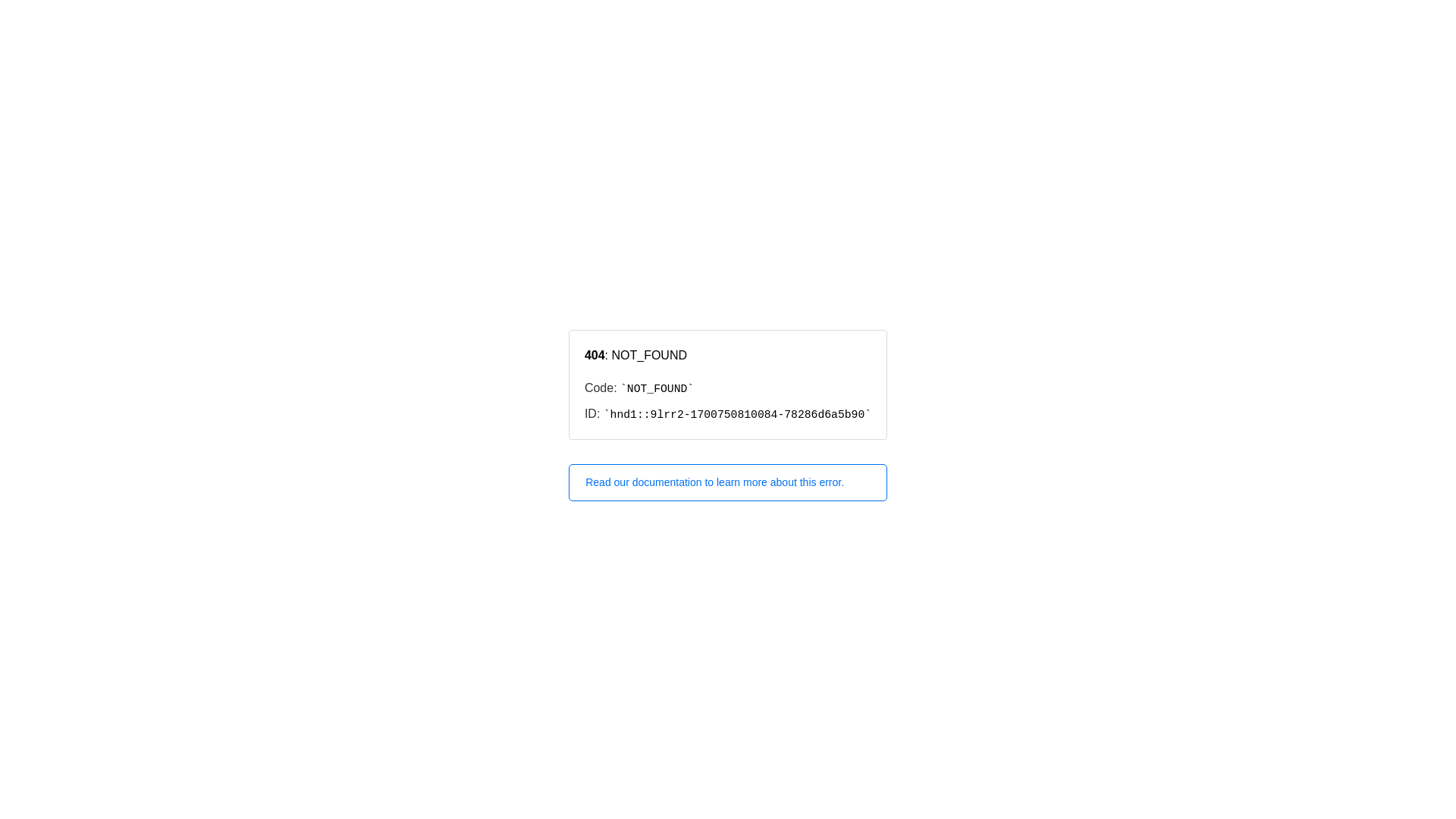 The height and width of the screenshot is (819, 1456). What do you see at coordinates (728, 482) in the screenshot?
I see `'Read our documentation to learn more about this error.'` at bounding box center [728, 482].